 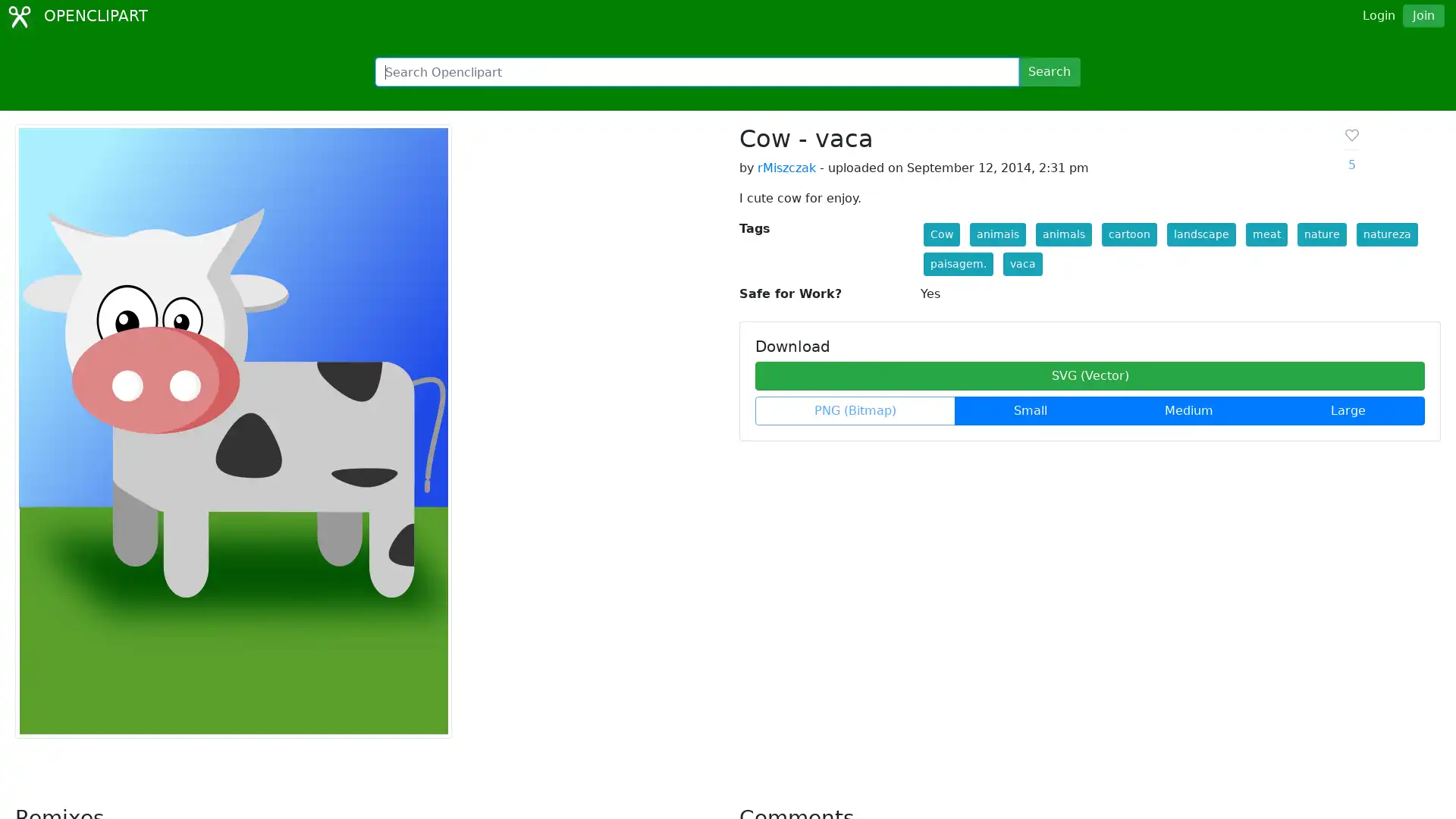 I want to click on Search, so click(x=1048, y=72).